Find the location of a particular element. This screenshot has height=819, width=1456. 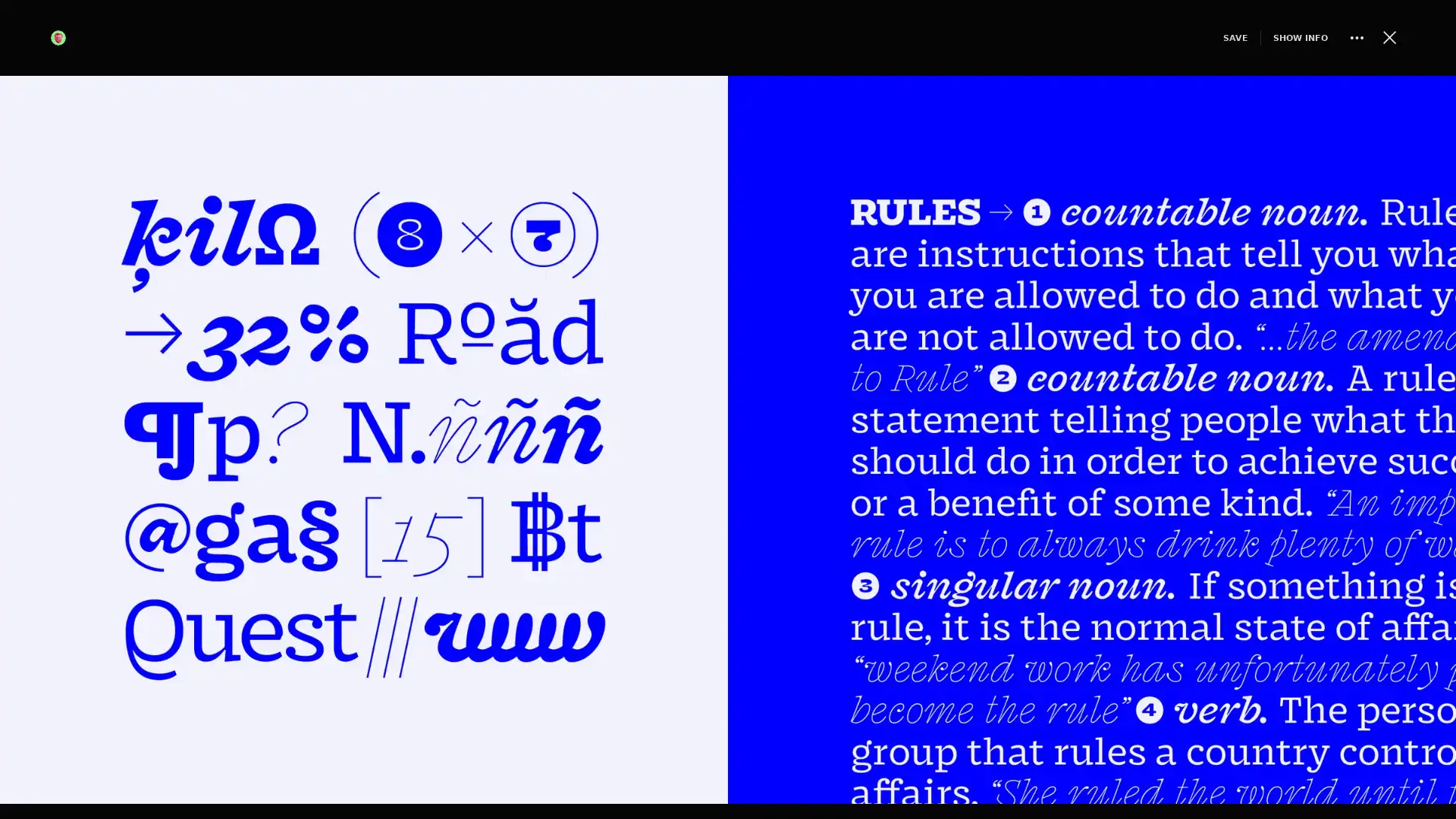

SAVE is located at coordinates (1208, 36).